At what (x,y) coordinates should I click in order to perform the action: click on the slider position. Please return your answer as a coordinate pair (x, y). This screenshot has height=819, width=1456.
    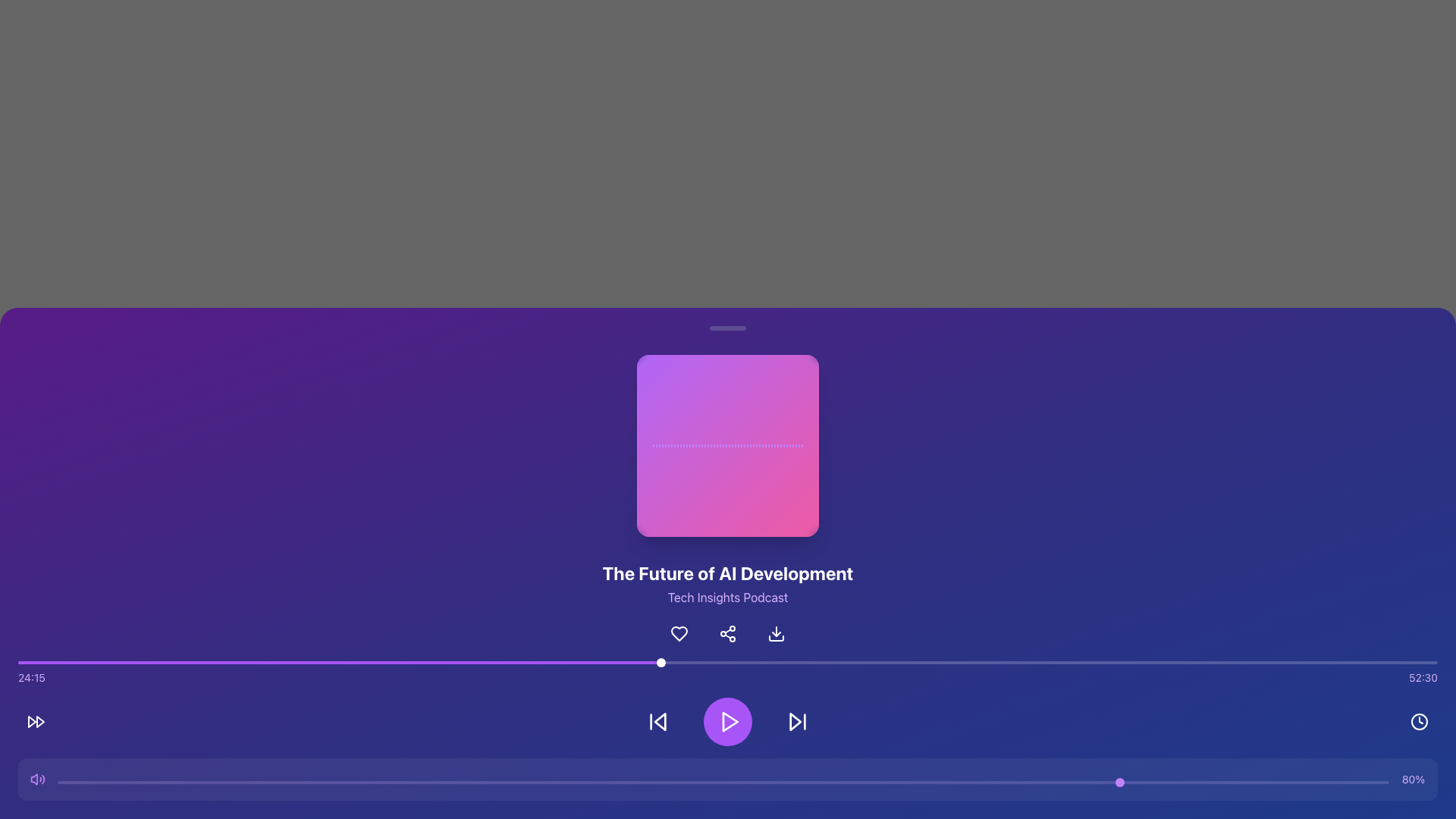
    Looking at the image, I should click on (750, 783).